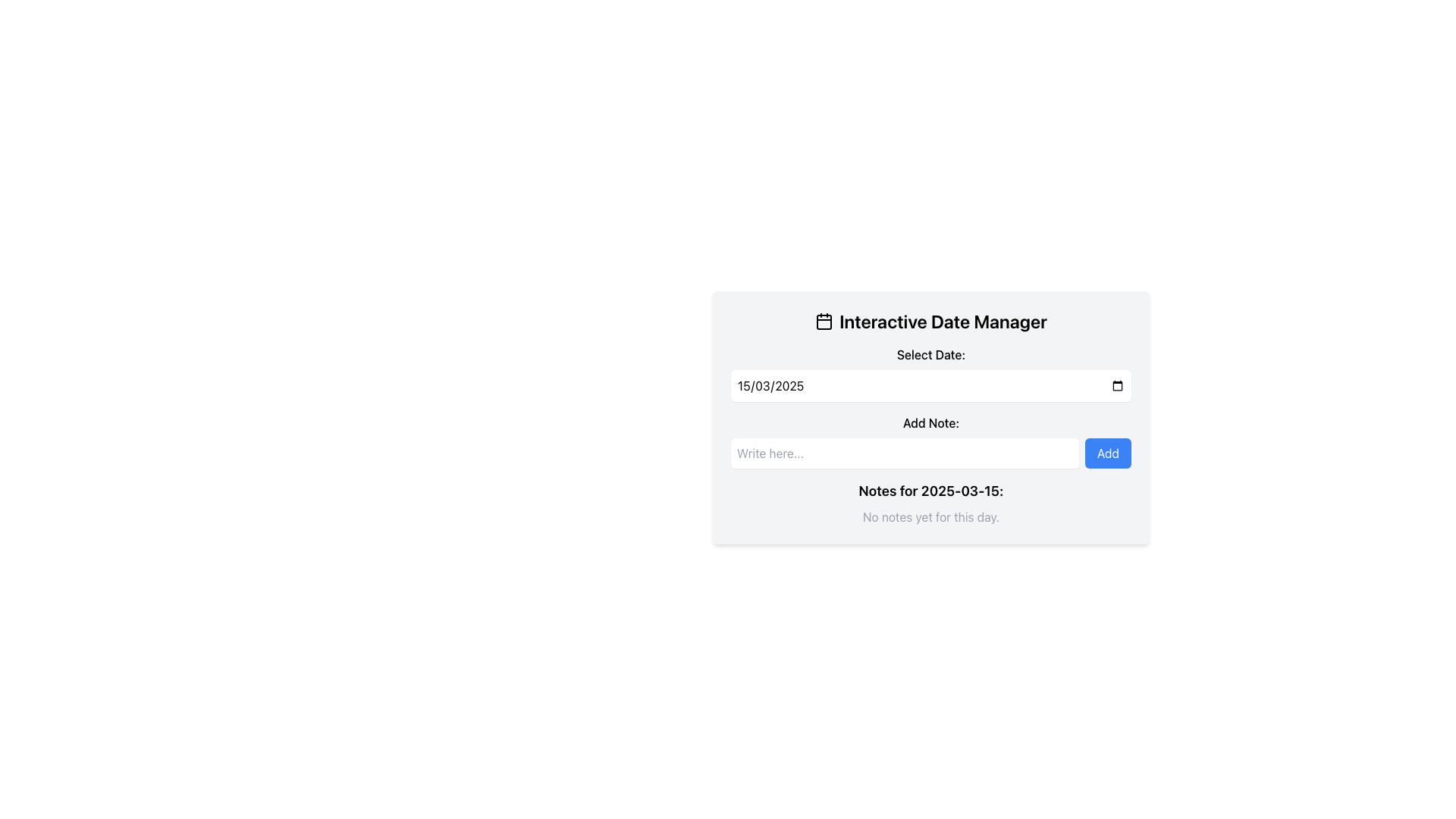  What do you see at coordinates (930, 374) in the screenshot?
I see `a date using the calendar icon found in the date input field labeled 'Select Date:' which is part of the 'Interactive Date Manager' section` at bounding box center [930, 374].